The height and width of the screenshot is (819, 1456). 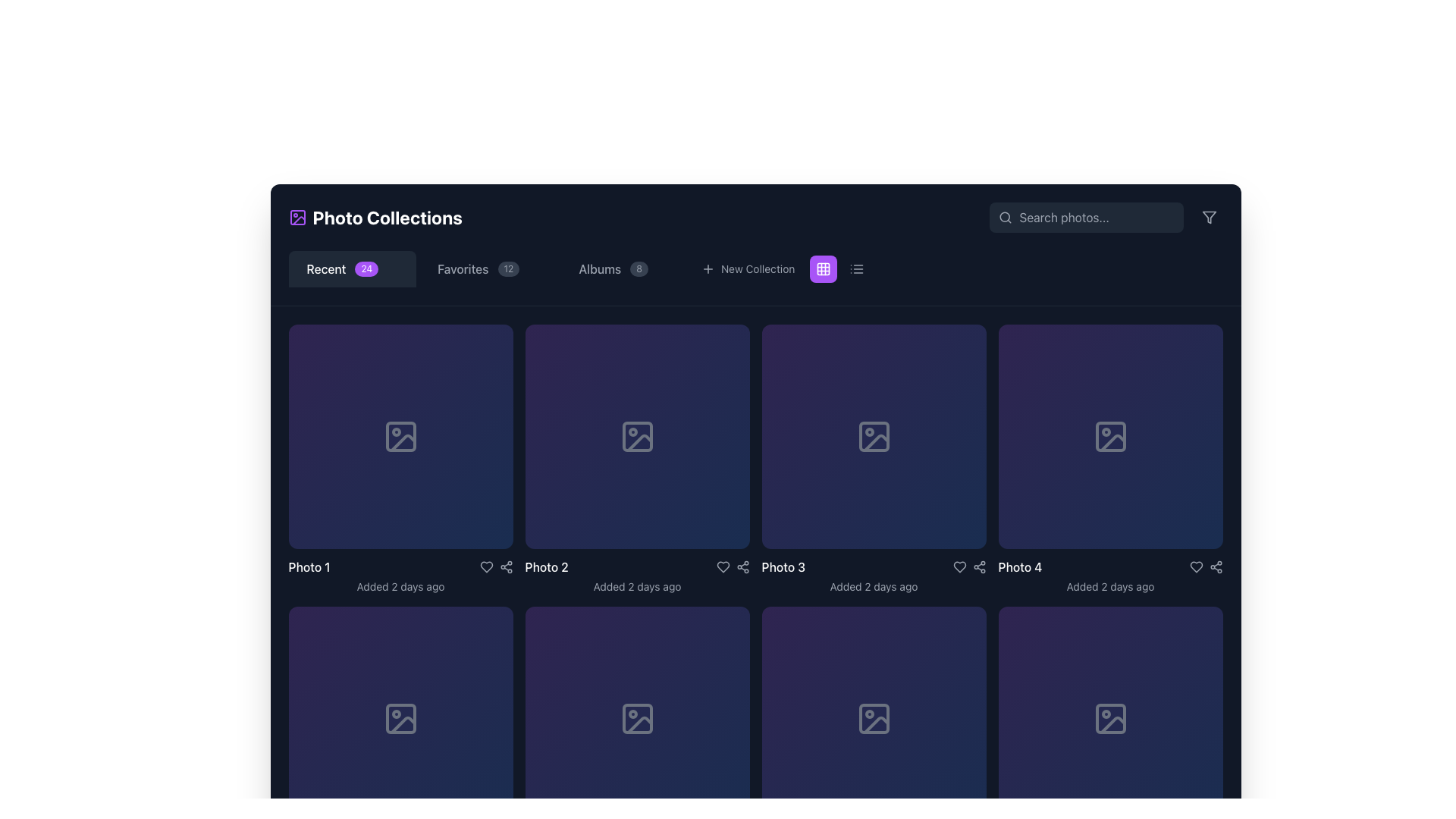 What do you see at coordinates (325, 268) in the screenshot?
I see `the 'Recent' text label, which is located in the top-left section of the interface and is adjacent to a badge labeled '24'` at bounding box center [325, 268].